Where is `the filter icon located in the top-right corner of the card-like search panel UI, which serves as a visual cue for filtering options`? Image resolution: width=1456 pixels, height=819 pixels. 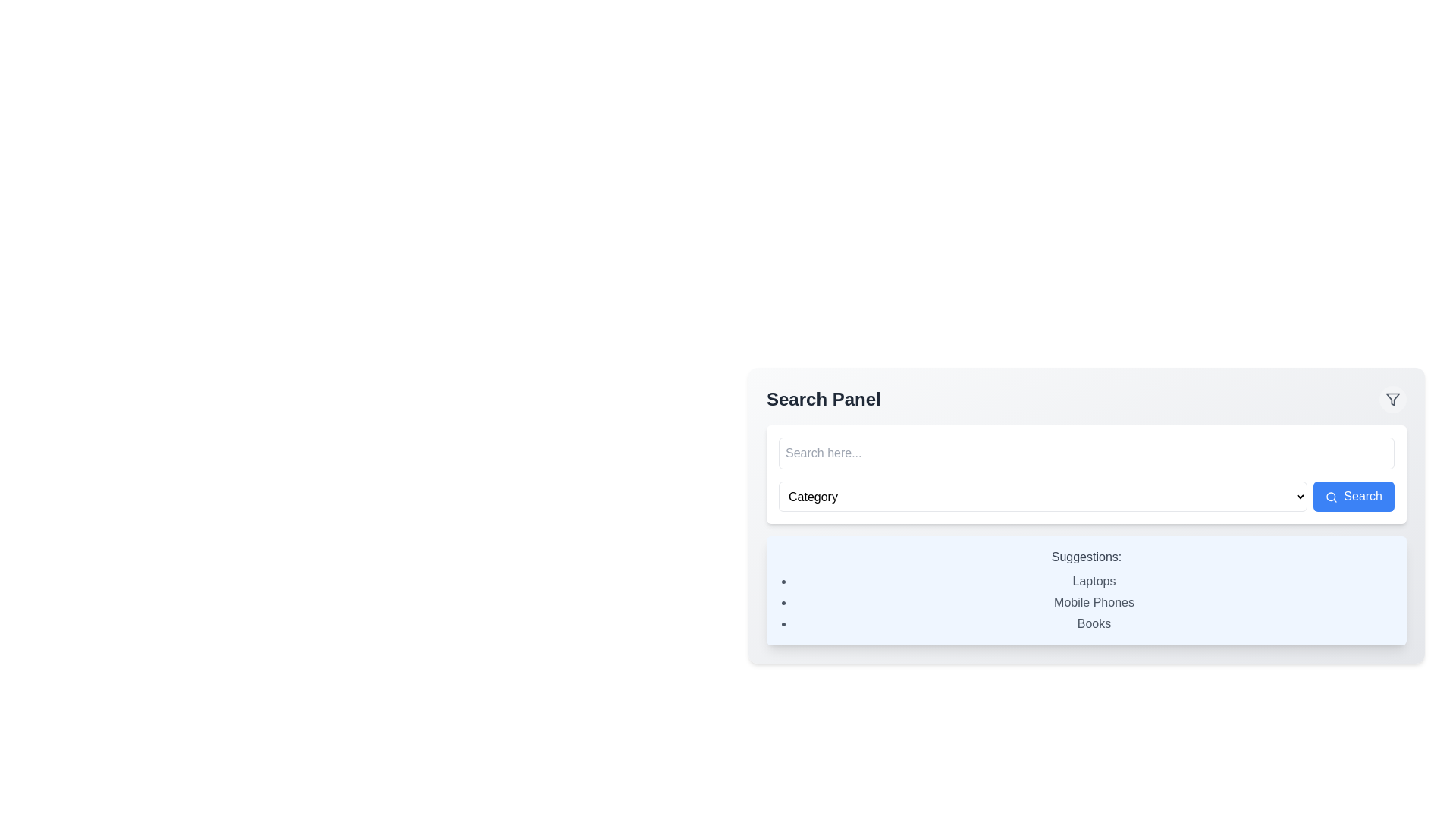 the filter icon located in the top-right corner of the card-like search panel UI, which serves as a visual cue for filtering options is located at coordinates (1393, 399).